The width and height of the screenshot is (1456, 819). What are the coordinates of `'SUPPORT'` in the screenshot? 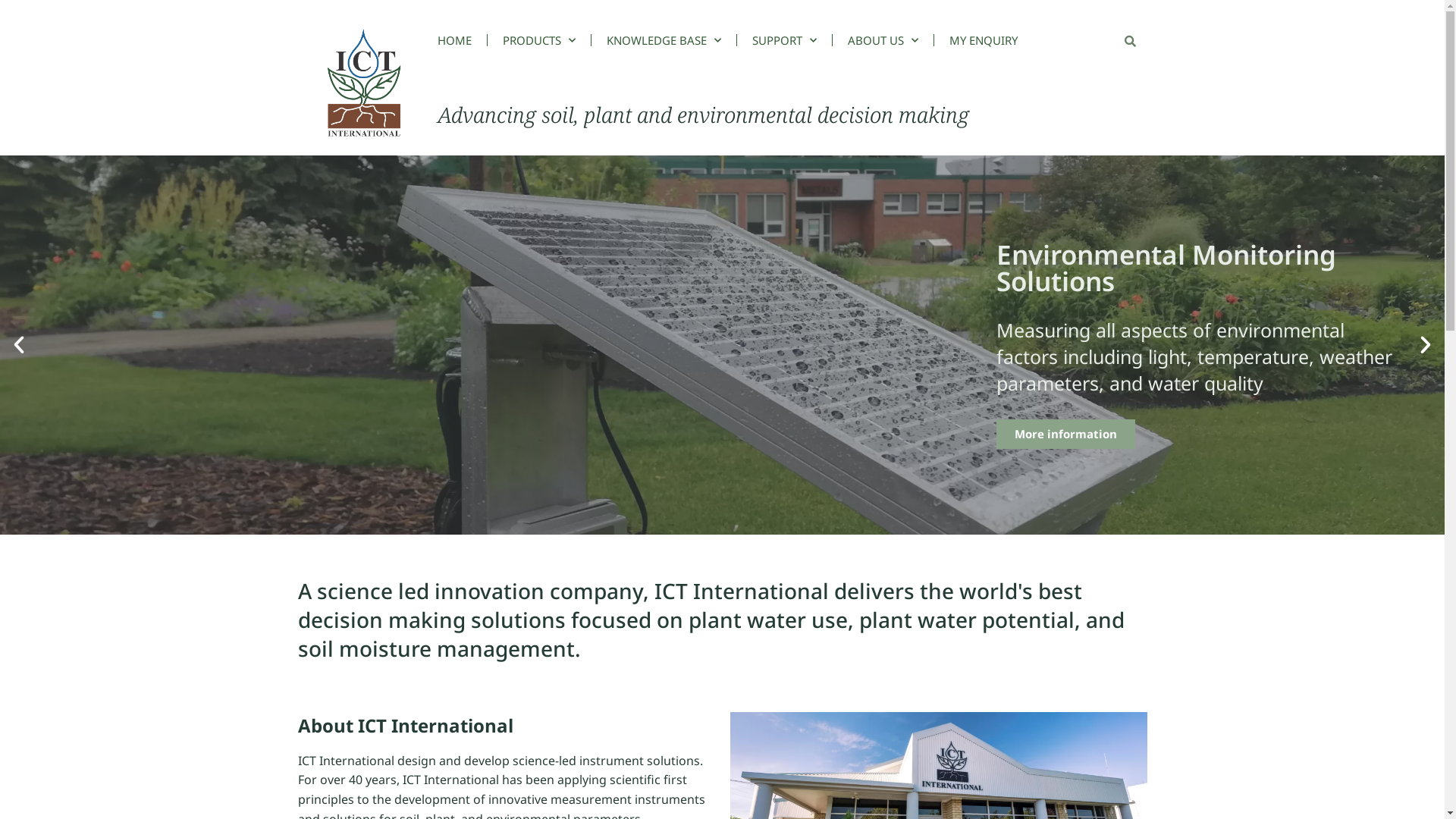 It's located at (784, 39).